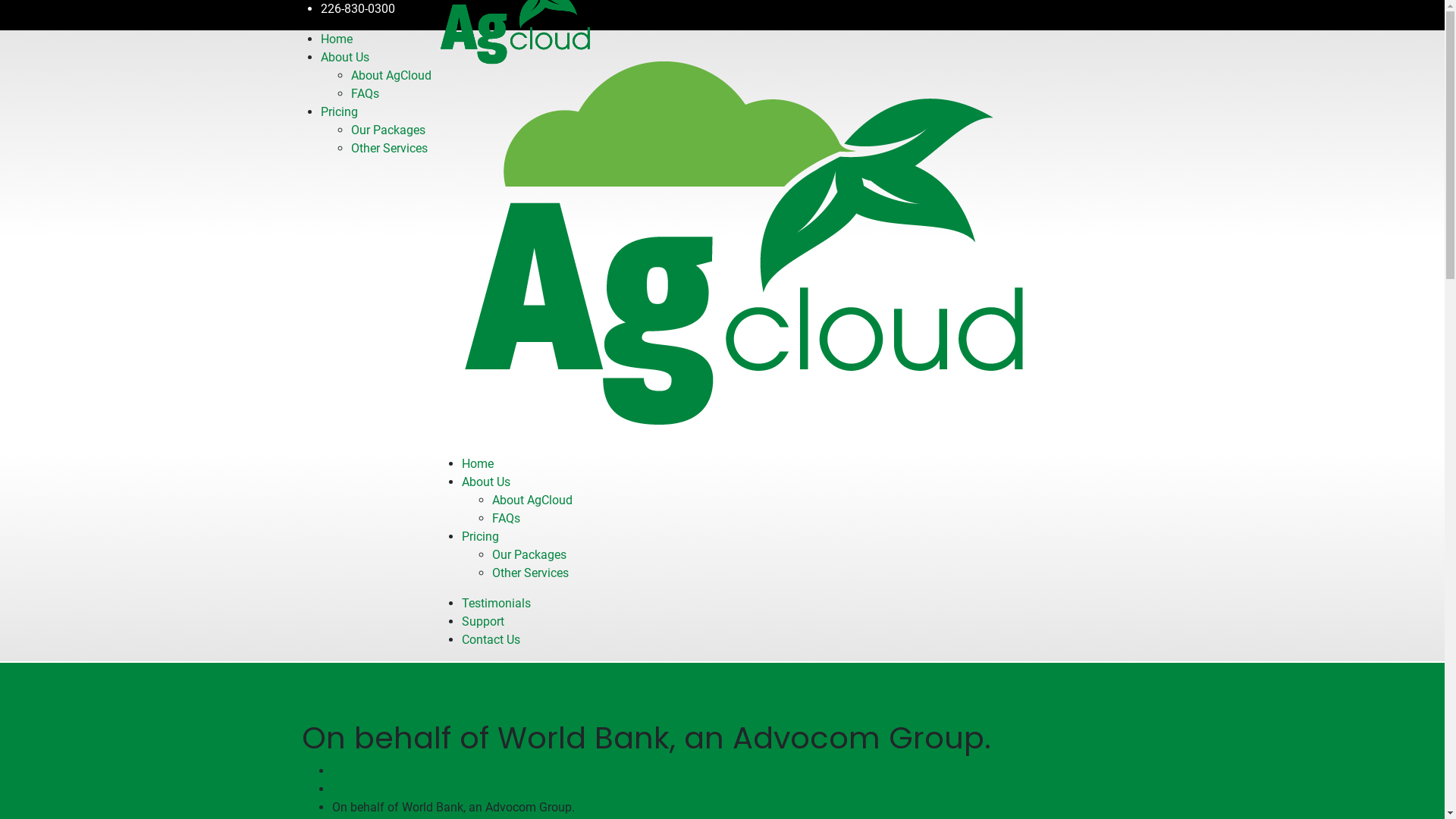 This screenshot has height=819, width=1456. I want to click on 'FAQs', so click(505, 517).